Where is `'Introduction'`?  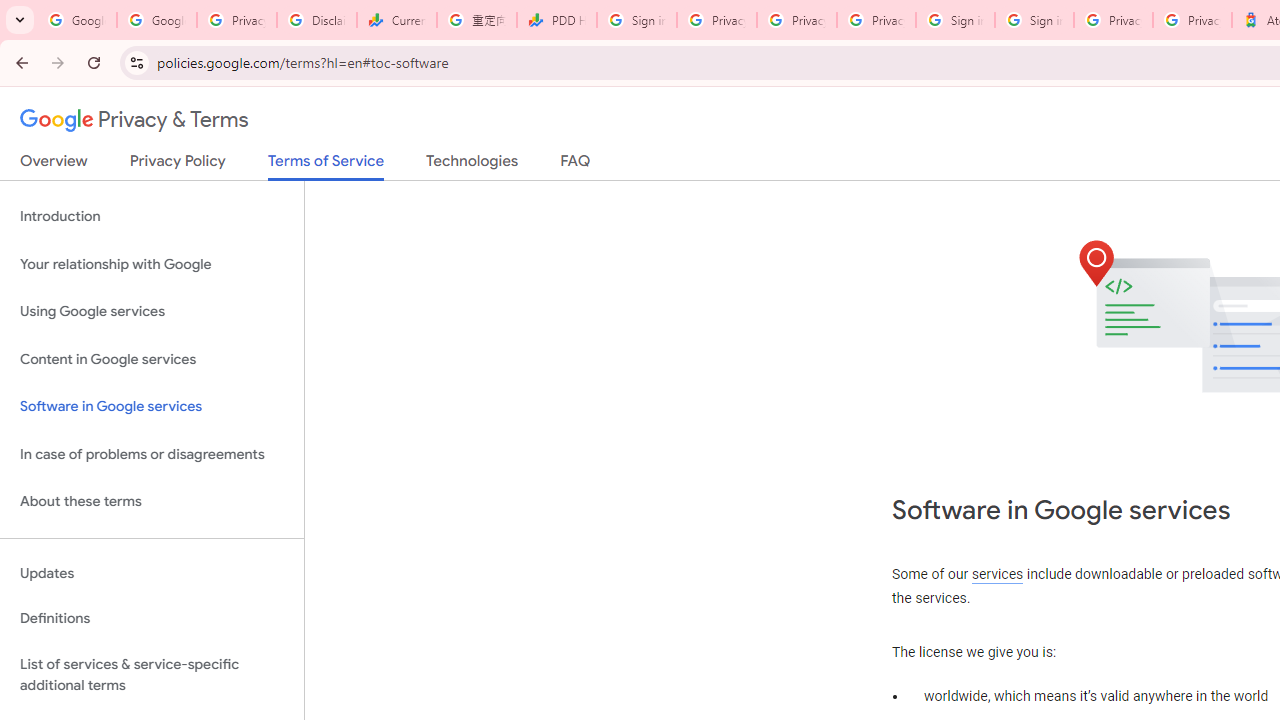
'Introduction' is located at coordinates (151, 217).